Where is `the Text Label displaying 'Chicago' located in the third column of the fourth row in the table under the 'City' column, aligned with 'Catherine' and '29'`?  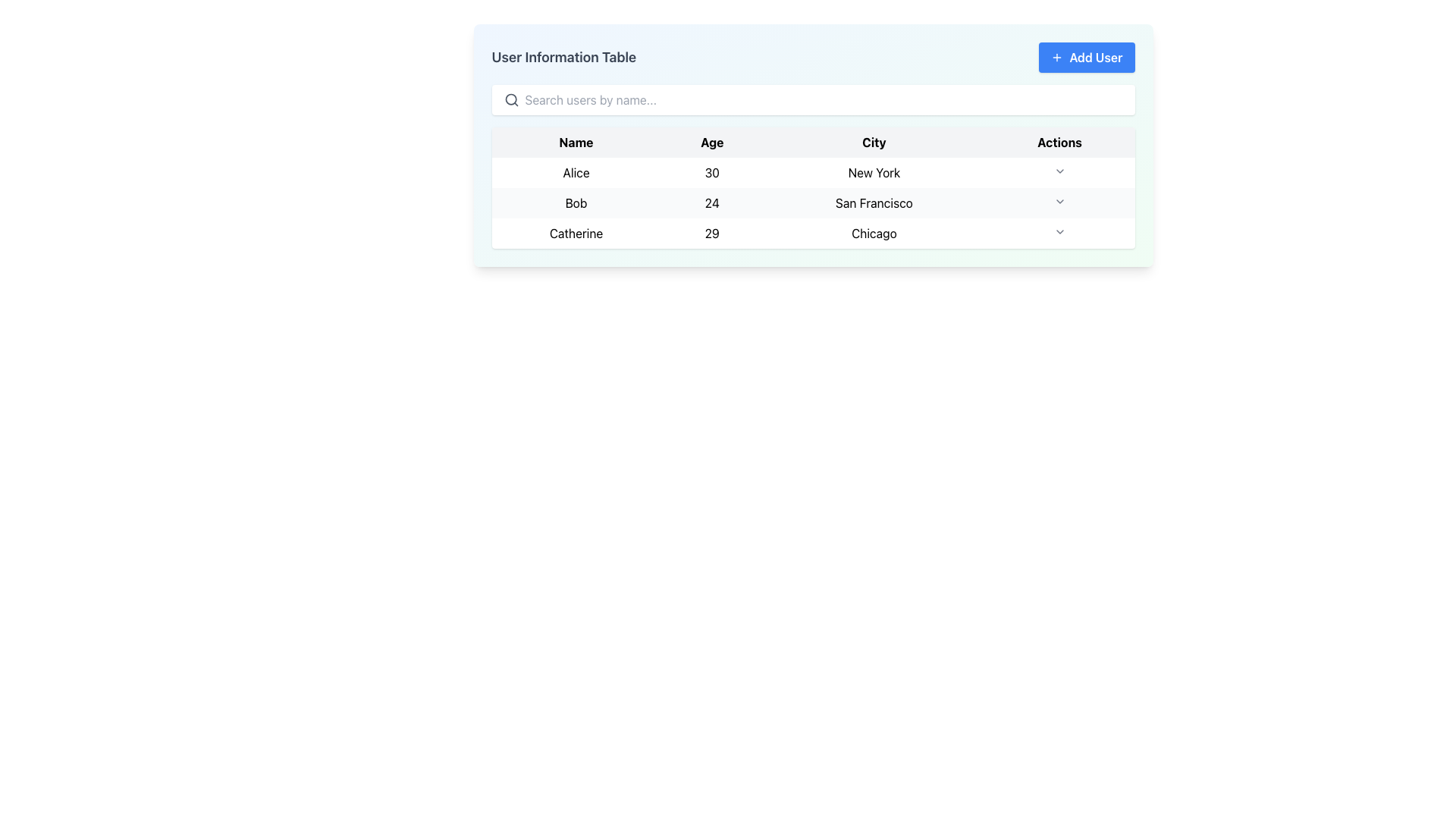
the Text Label displaying 'Chicago' located in the third column of the fourth row in the table under the 'City' column, aligned with 'Catherine' and '29' is located at coordinates (874, 234).